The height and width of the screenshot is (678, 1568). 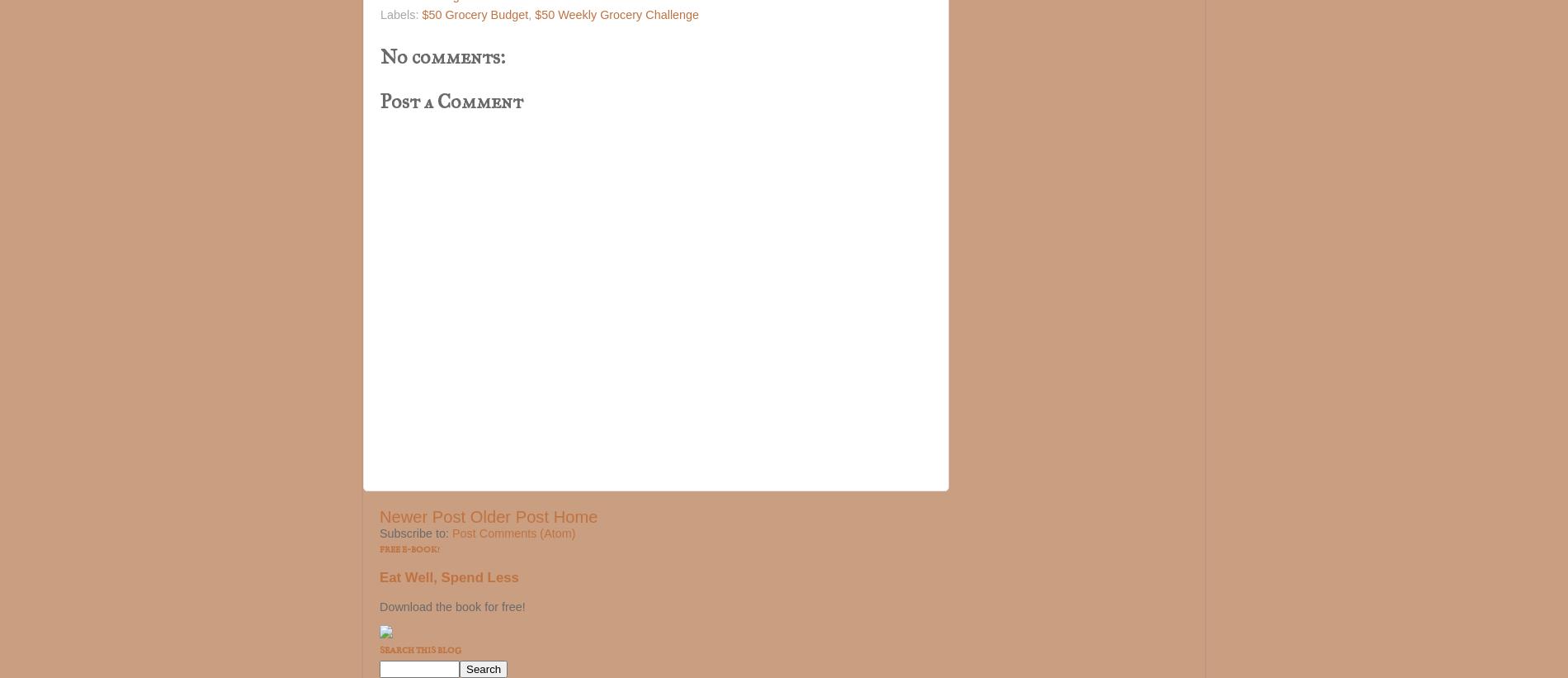 I want to click on '$50 Weekly Grocery Challenge', so click(x=535, y=12).